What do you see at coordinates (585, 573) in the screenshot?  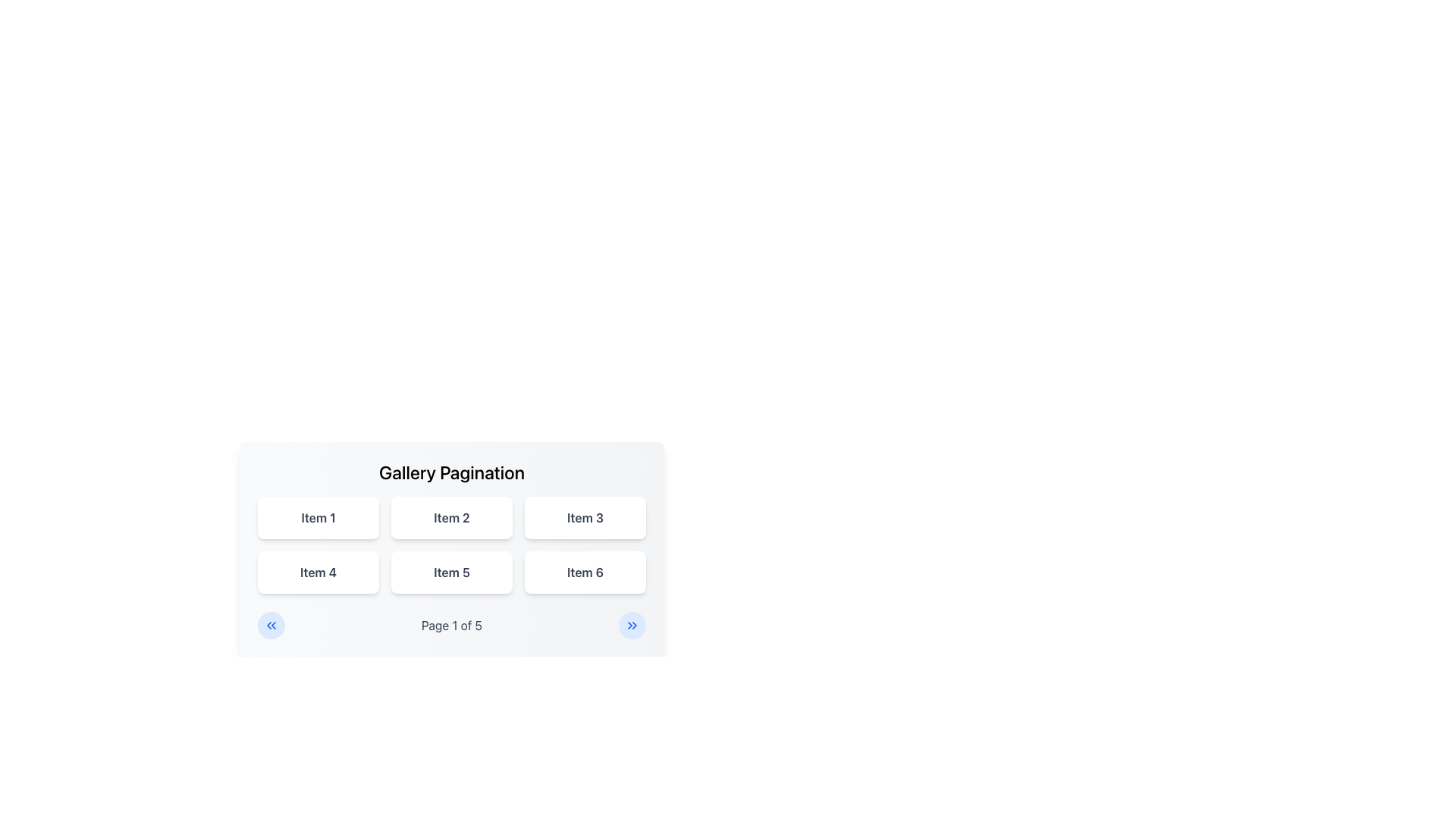 I see `the button located in the second row, third column of the grid layout, which serves as an item label or button for navigation or selection` at bounding box center [585, 573].